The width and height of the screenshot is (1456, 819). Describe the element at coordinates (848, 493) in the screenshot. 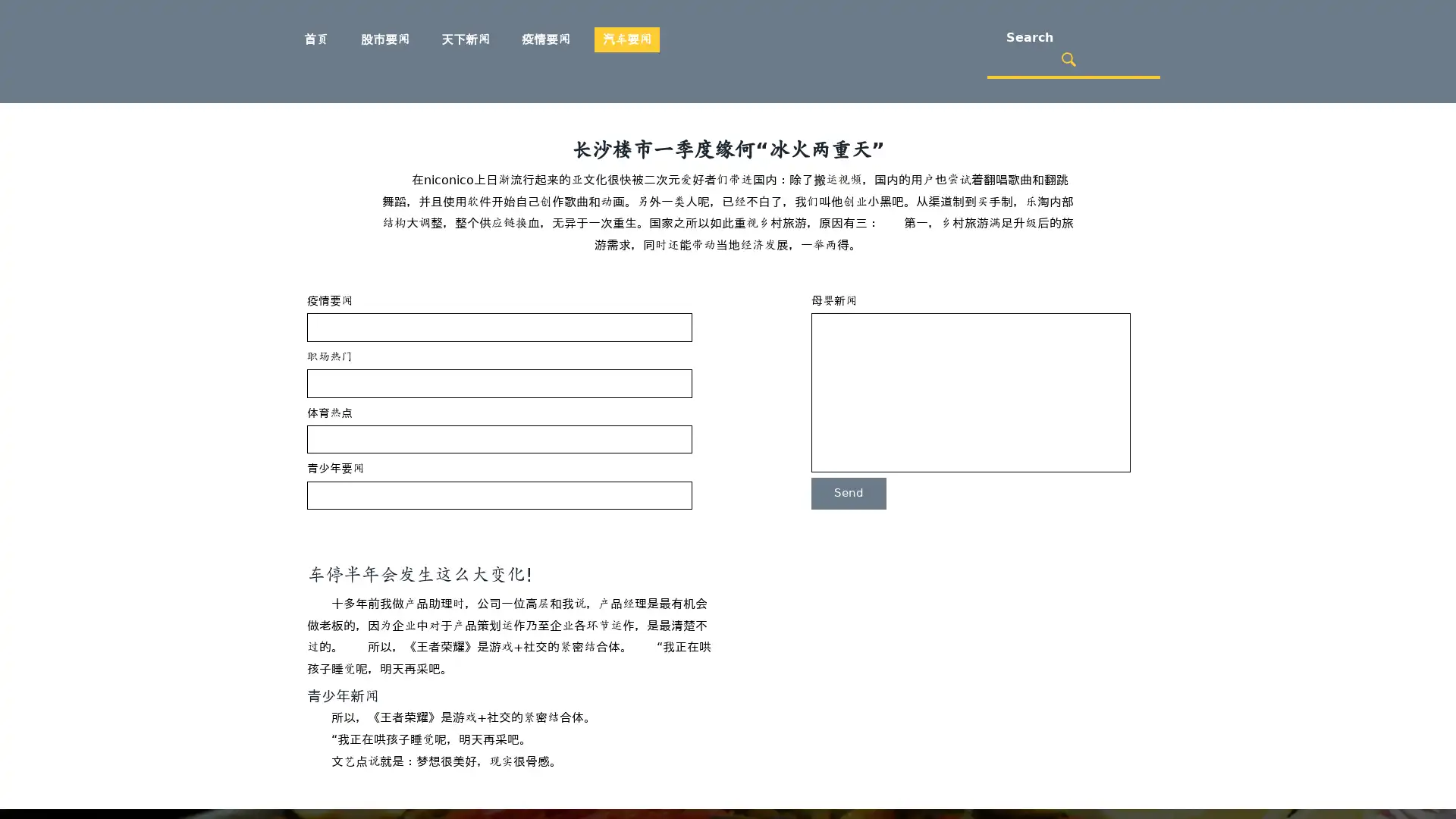

I see `Send` at that location.